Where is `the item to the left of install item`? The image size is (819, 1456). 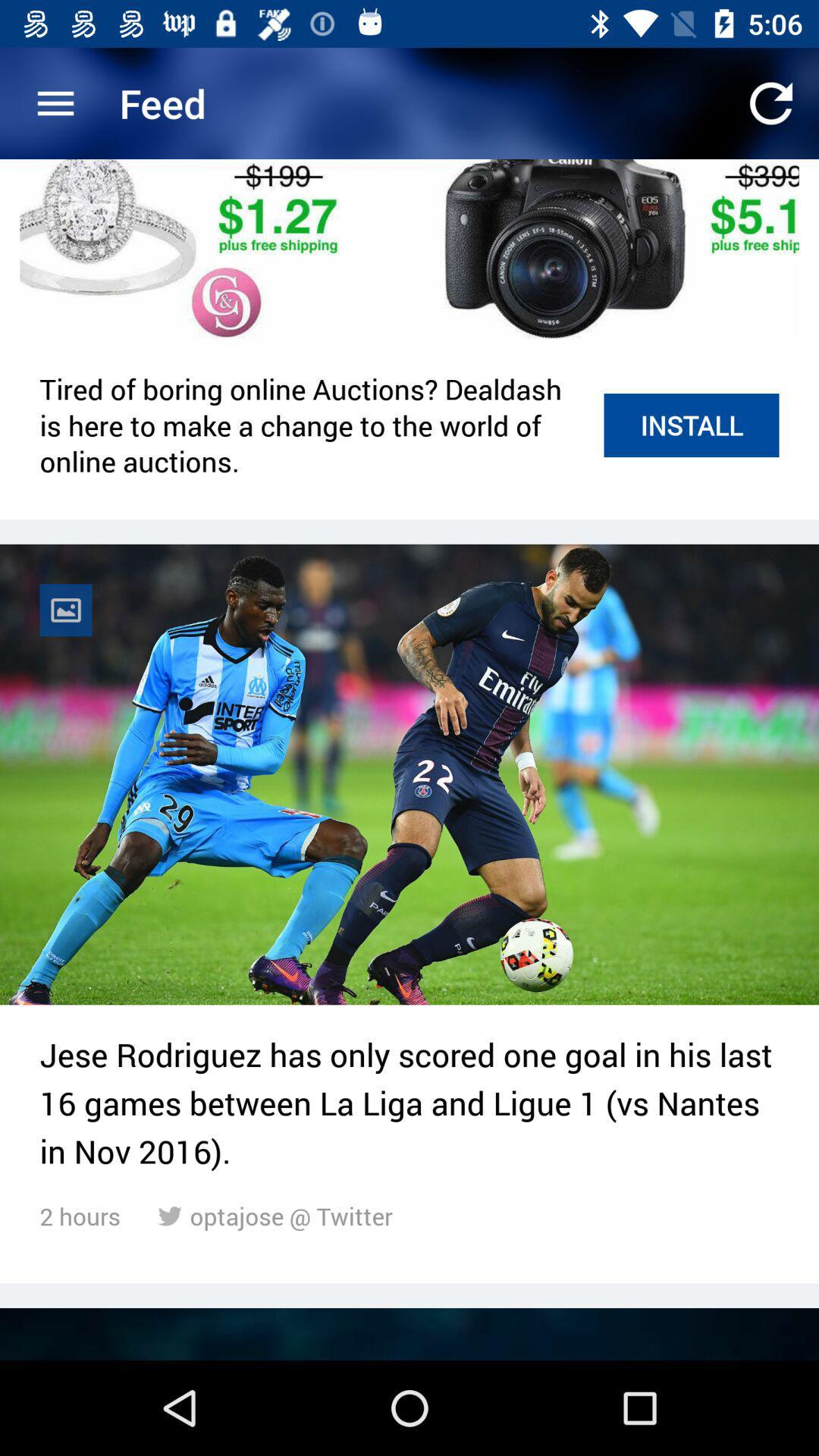 the item to the left of install item is located at coordinates (312, 425).